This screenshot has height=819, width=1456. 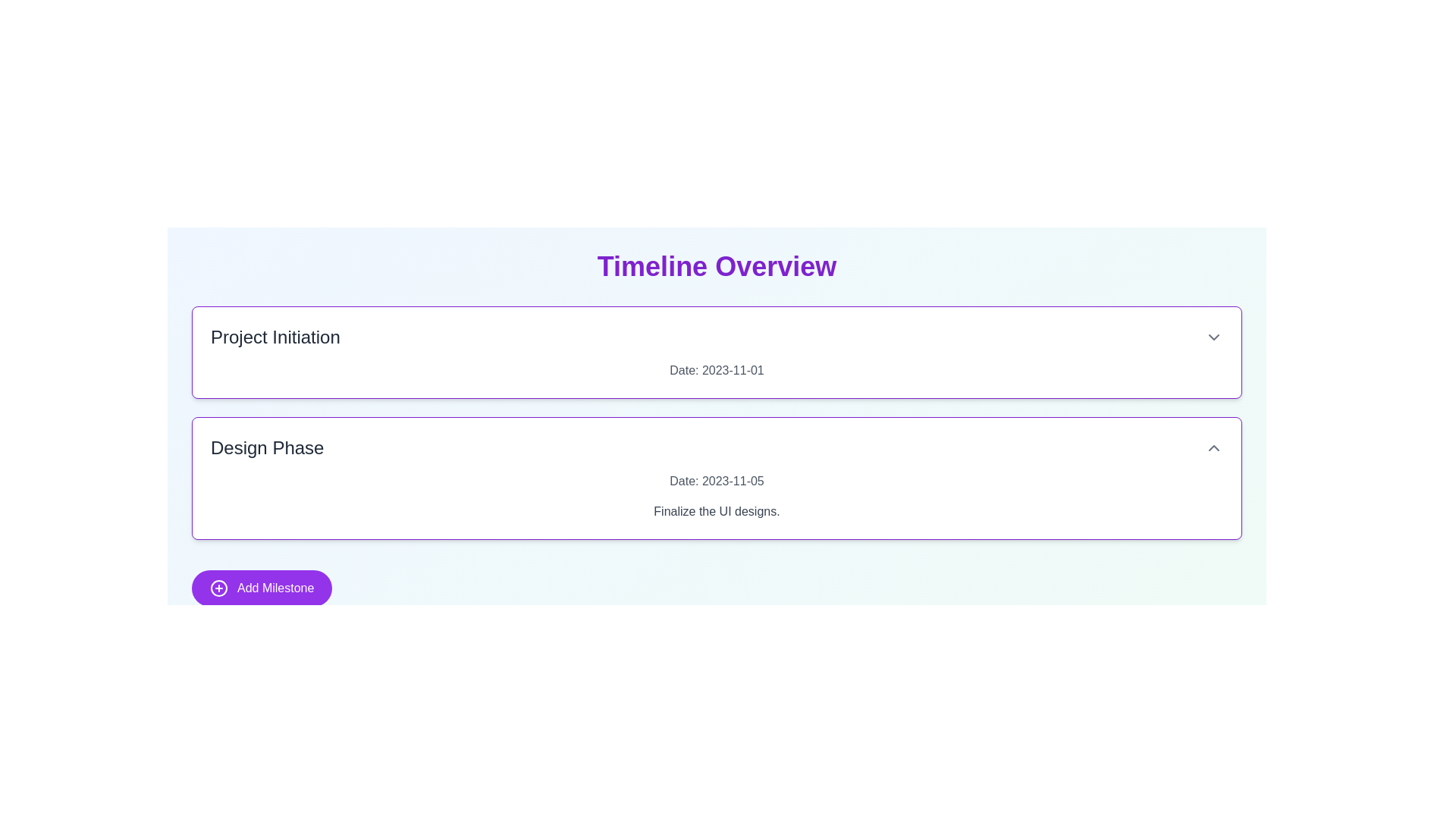 I want to click on static text field displaying 'Date: 2023-11-05' located in the 'Design Phase' section, which is horizontally centered below the primary header, so click(x=716, y=482).